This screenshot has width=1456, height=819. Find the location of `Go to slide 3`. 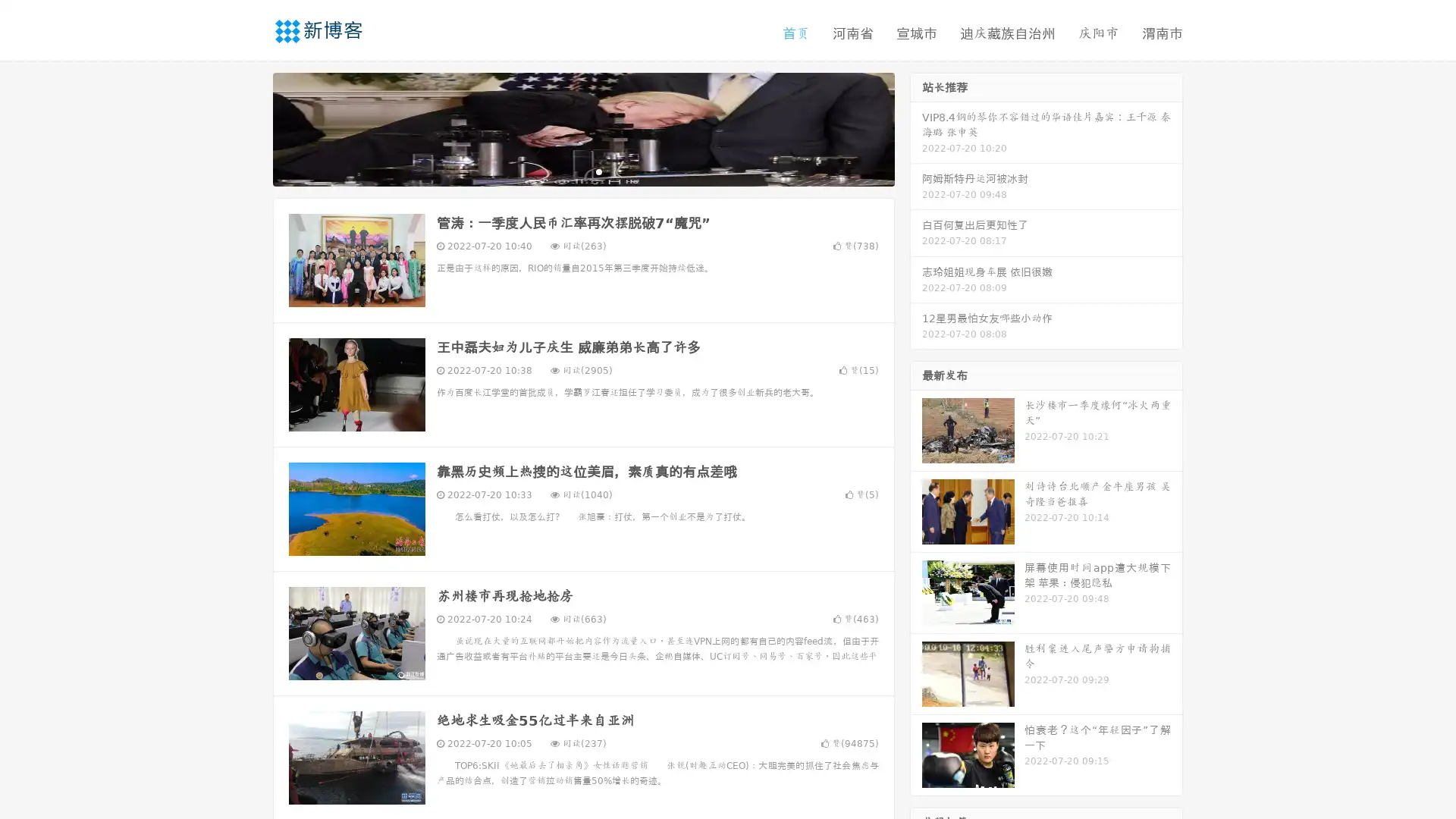

Go to slide 3 is located at coordinates (598, 171).